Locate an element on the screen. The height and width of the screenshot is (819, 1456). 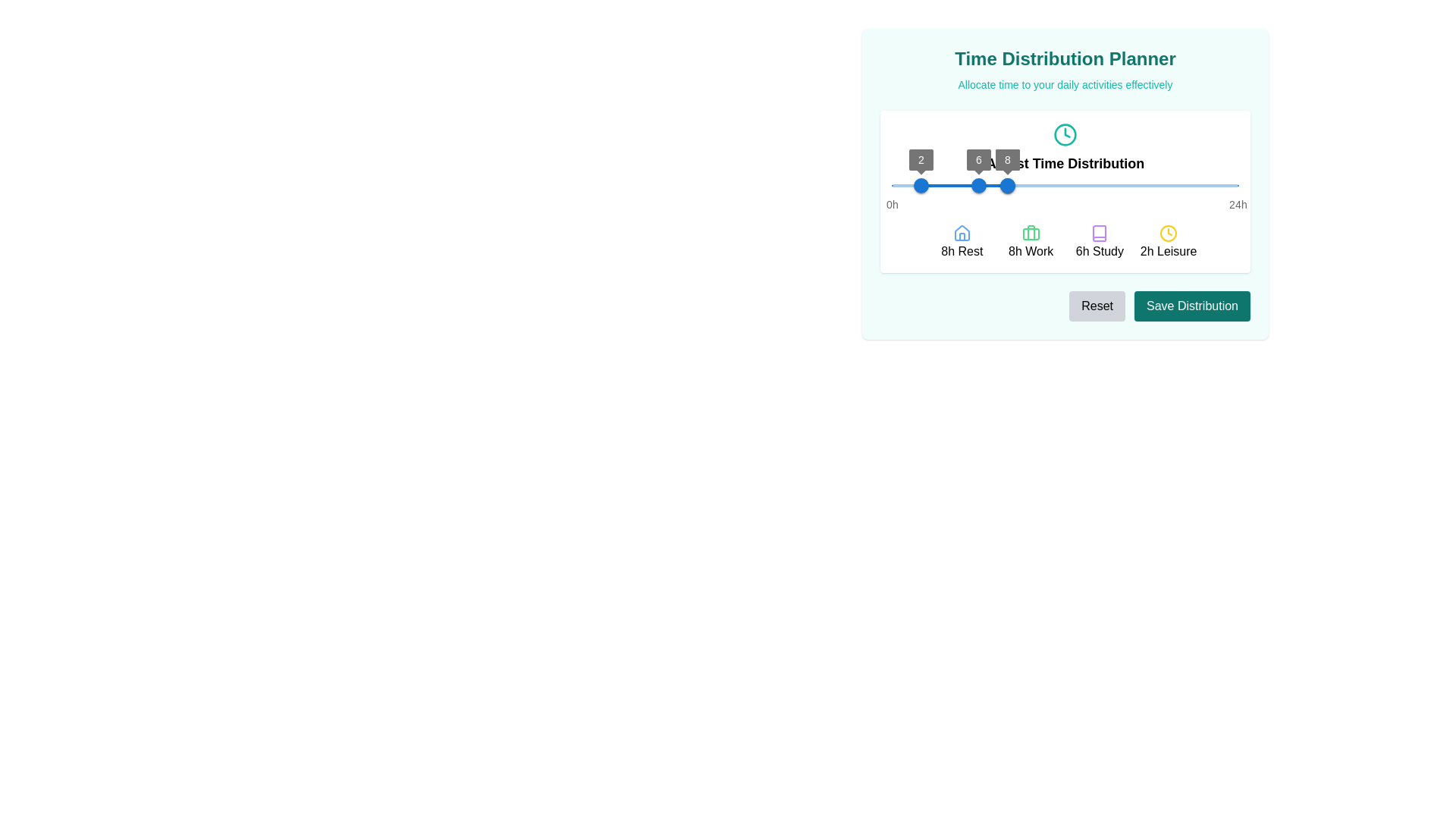
the static text label that serves as a header, positioned centrally below a clock icon in the time distribution planner interface is located at coordinates (1065, 164).